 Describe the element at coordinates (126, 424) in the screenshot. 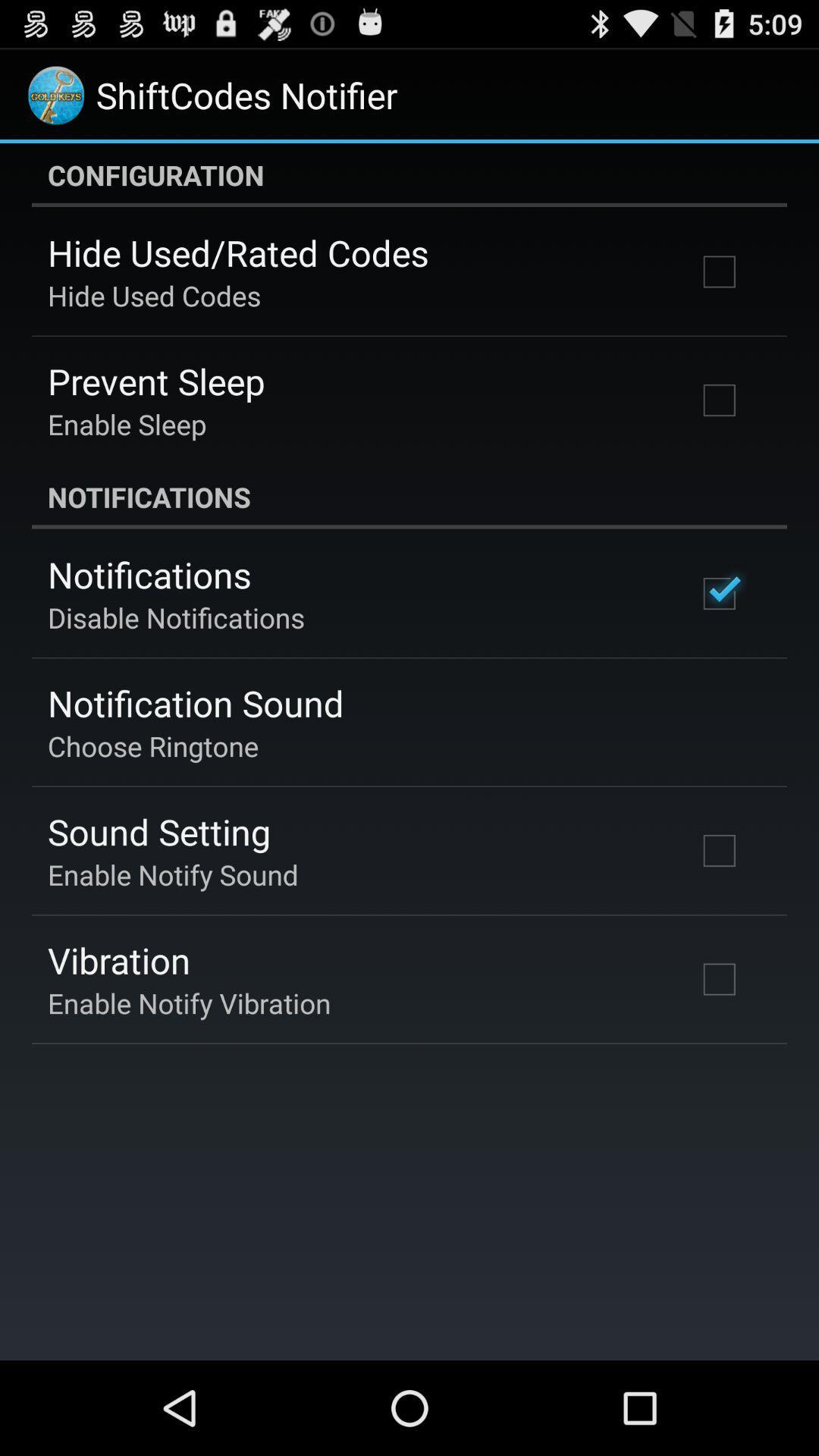

I see `the icon below prevent sleep icon` at that location.